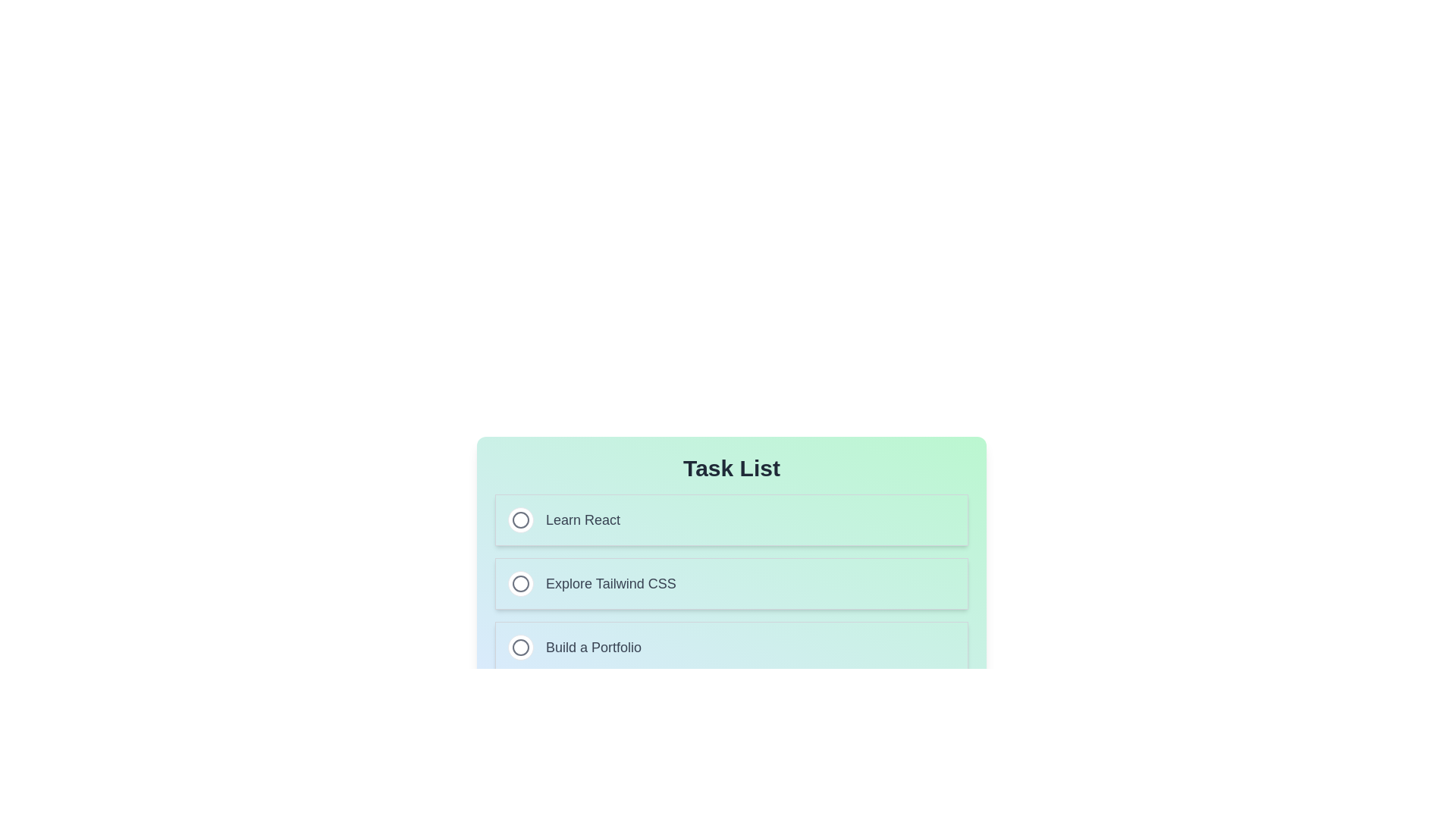 The width and height of the screenshot is (1456, 819). What do you see at coordinates (520, 647) in the screenshot?
I see `the circular indicator icon` at bounding box center [520, 647].